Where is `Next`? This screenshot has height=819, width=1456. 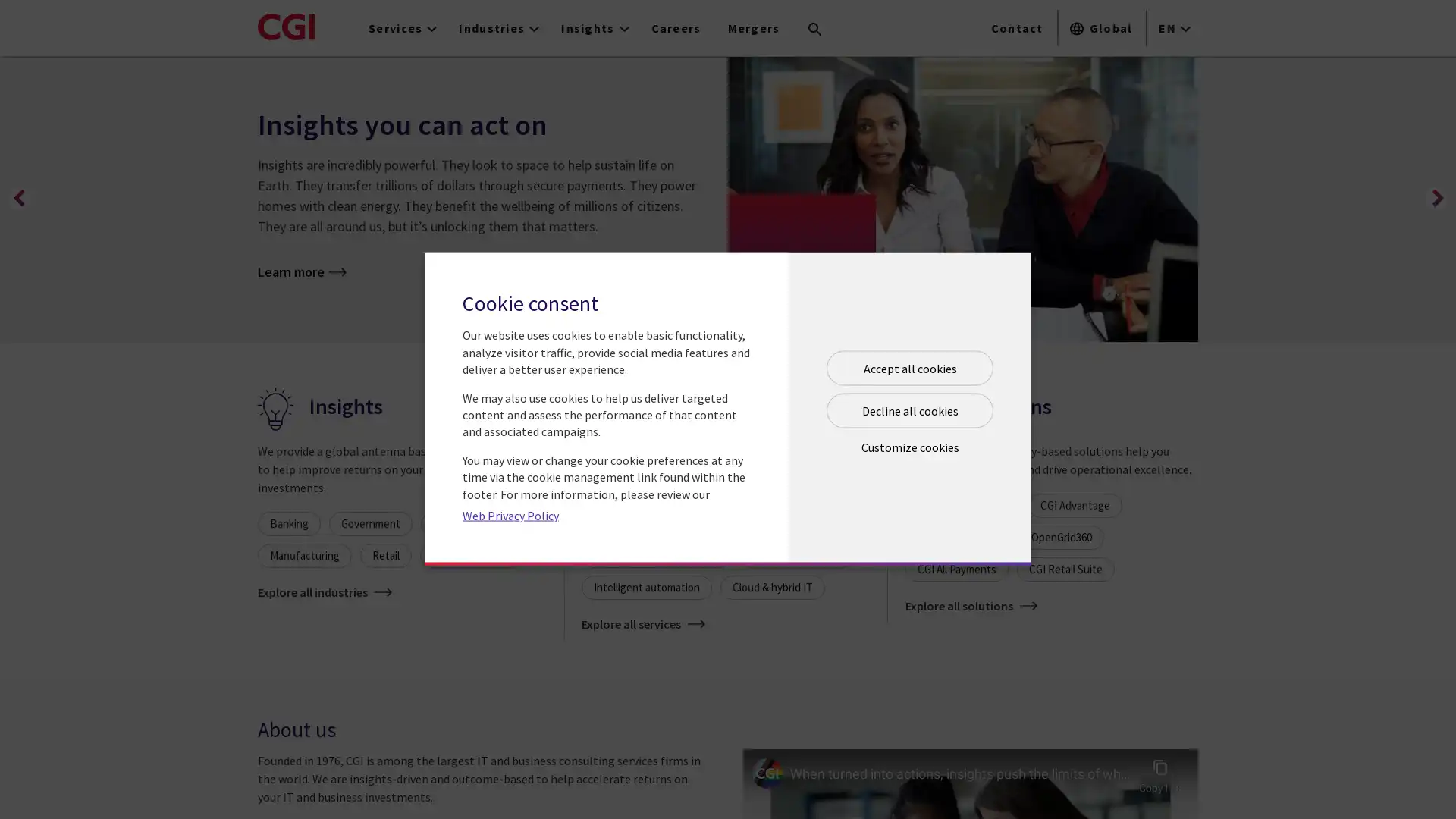 Next is located at coordinates (1436, 197).